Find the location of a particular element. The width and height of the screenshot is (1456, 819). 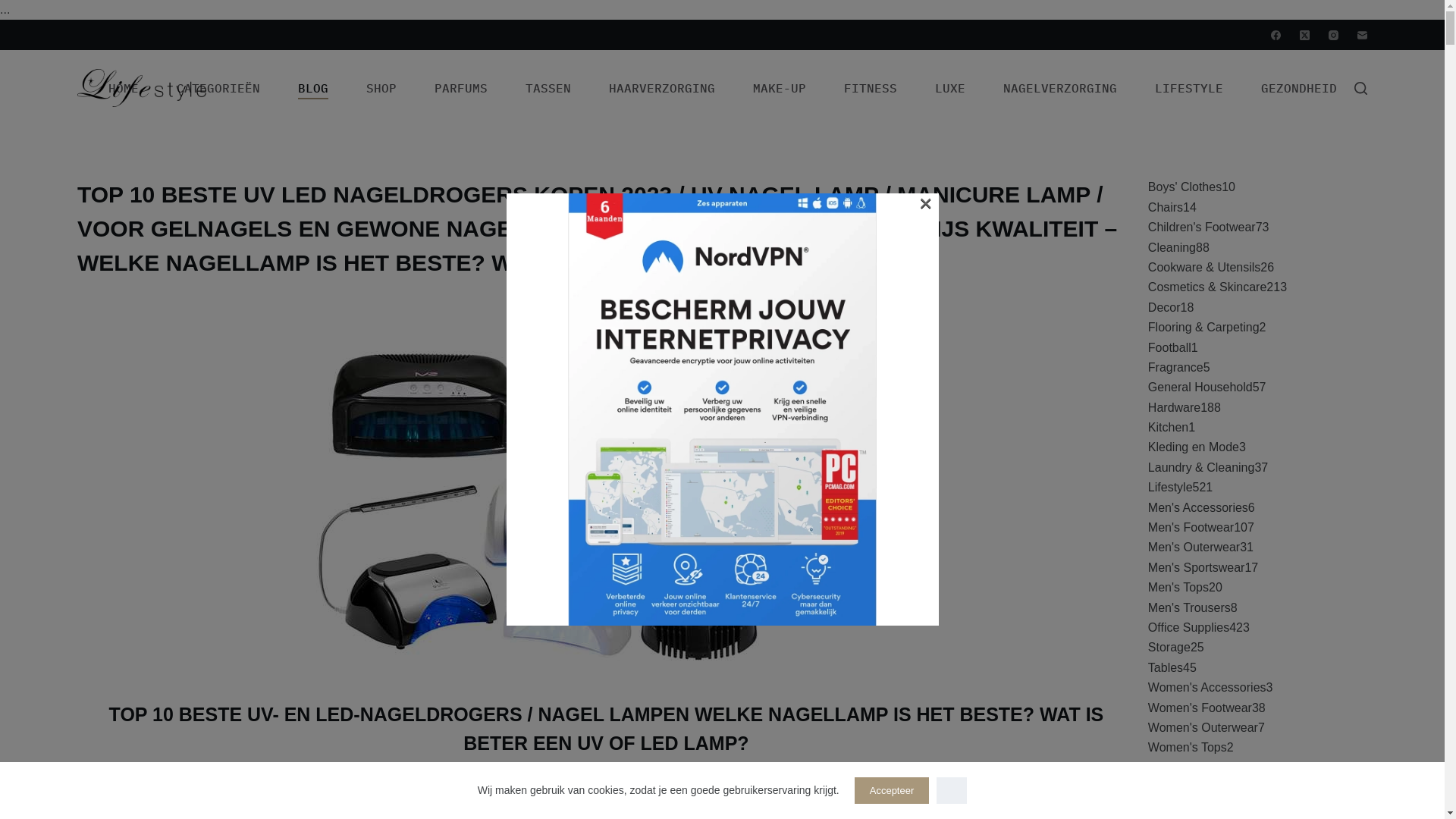

'Accessoires' is located at coordinates (1147, 786).